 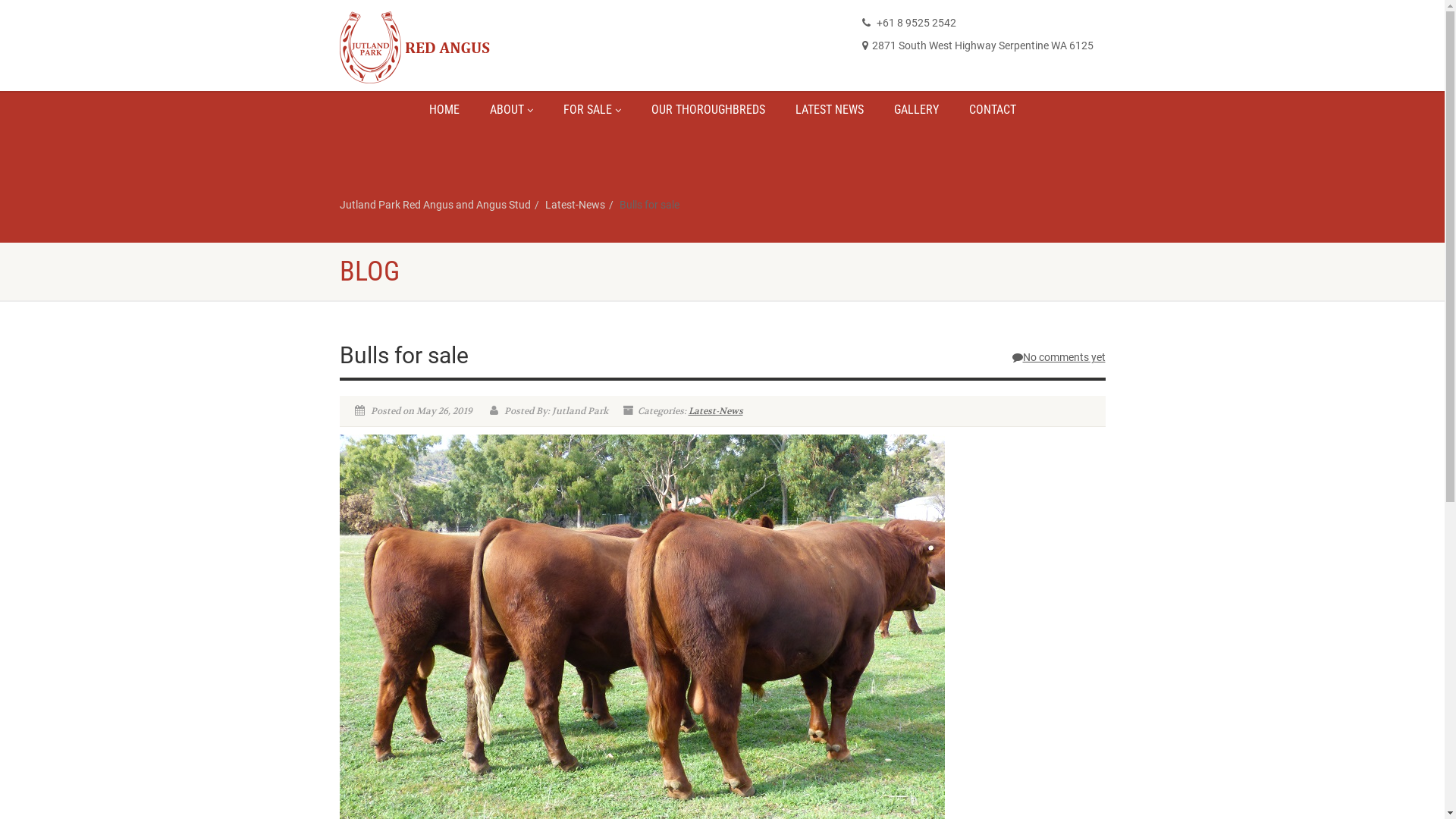 I want to click on 'ABOUT', so click(x=511, y=109).